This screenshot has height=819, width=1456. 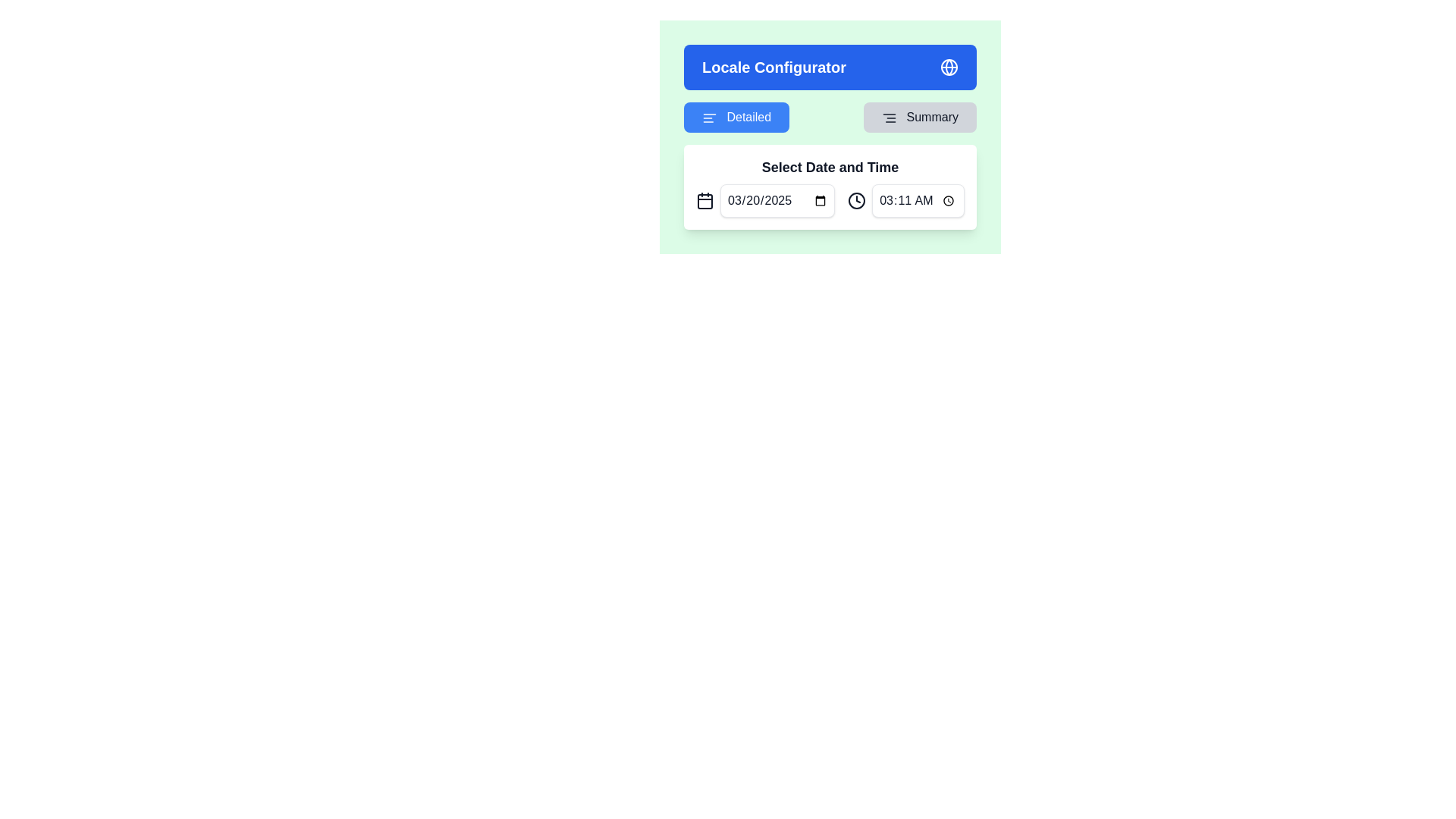 What do you see at coordinates (777, 200) in the screenshot?
I see `the date input field located to the right of the calendar icon within the 'Select Date and Time' form` at bounding box center [777, 200].